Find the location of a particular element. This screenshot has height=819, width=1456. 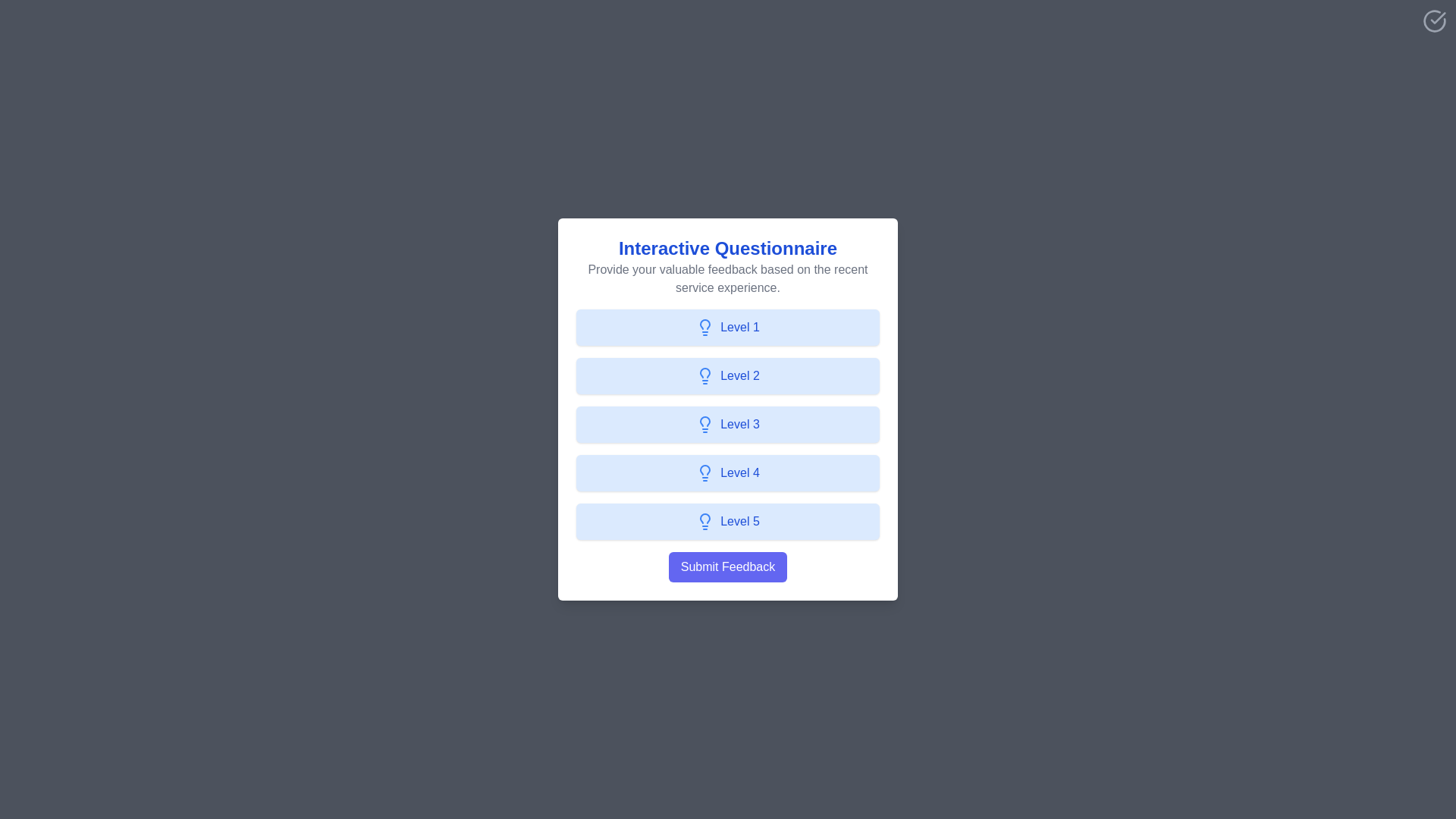

the 'Submit Feedback' button to submit the feedback is located at coordinates (728, 567).